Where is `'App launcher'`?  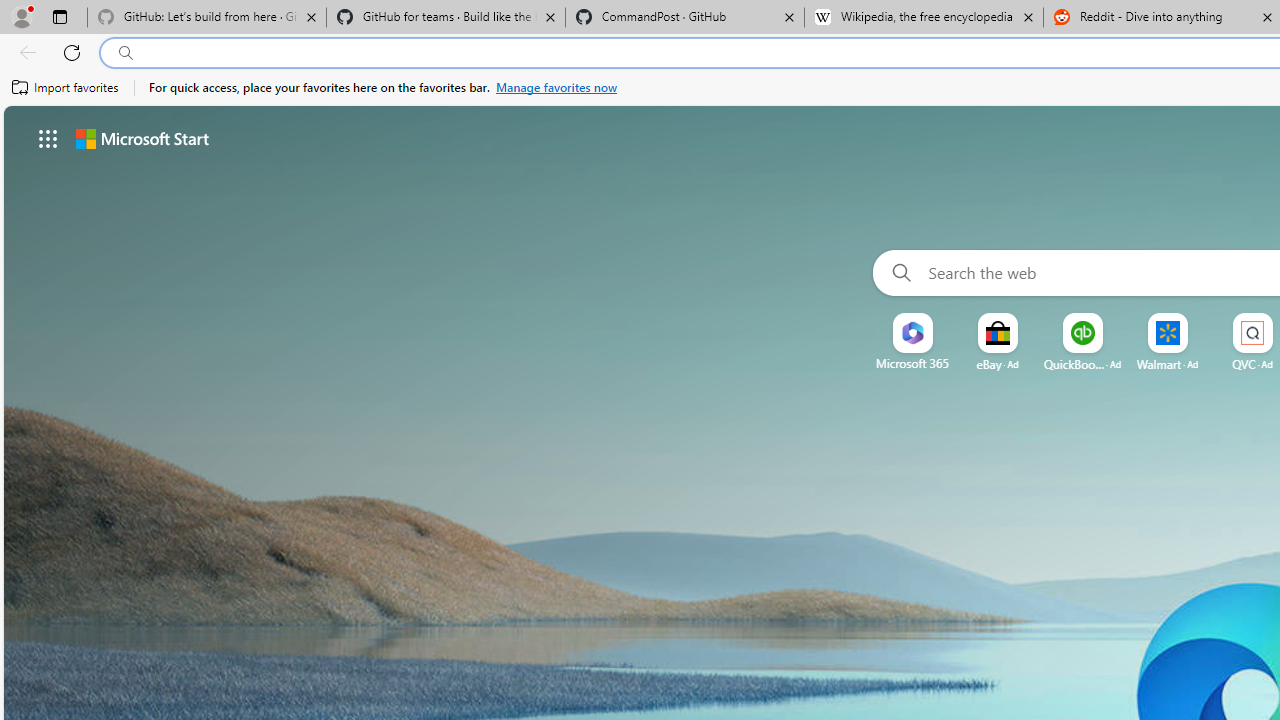 'App launcher' is located at coordinates (48, 137).